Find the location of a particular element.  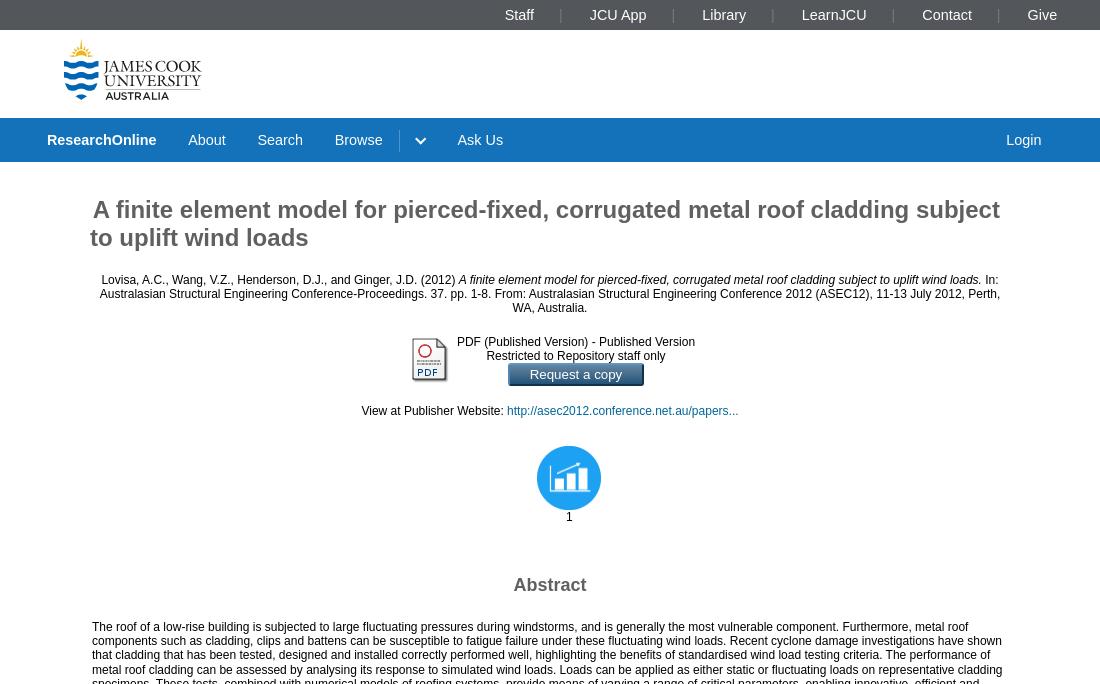

'1' is located at coordinates (568, 515).